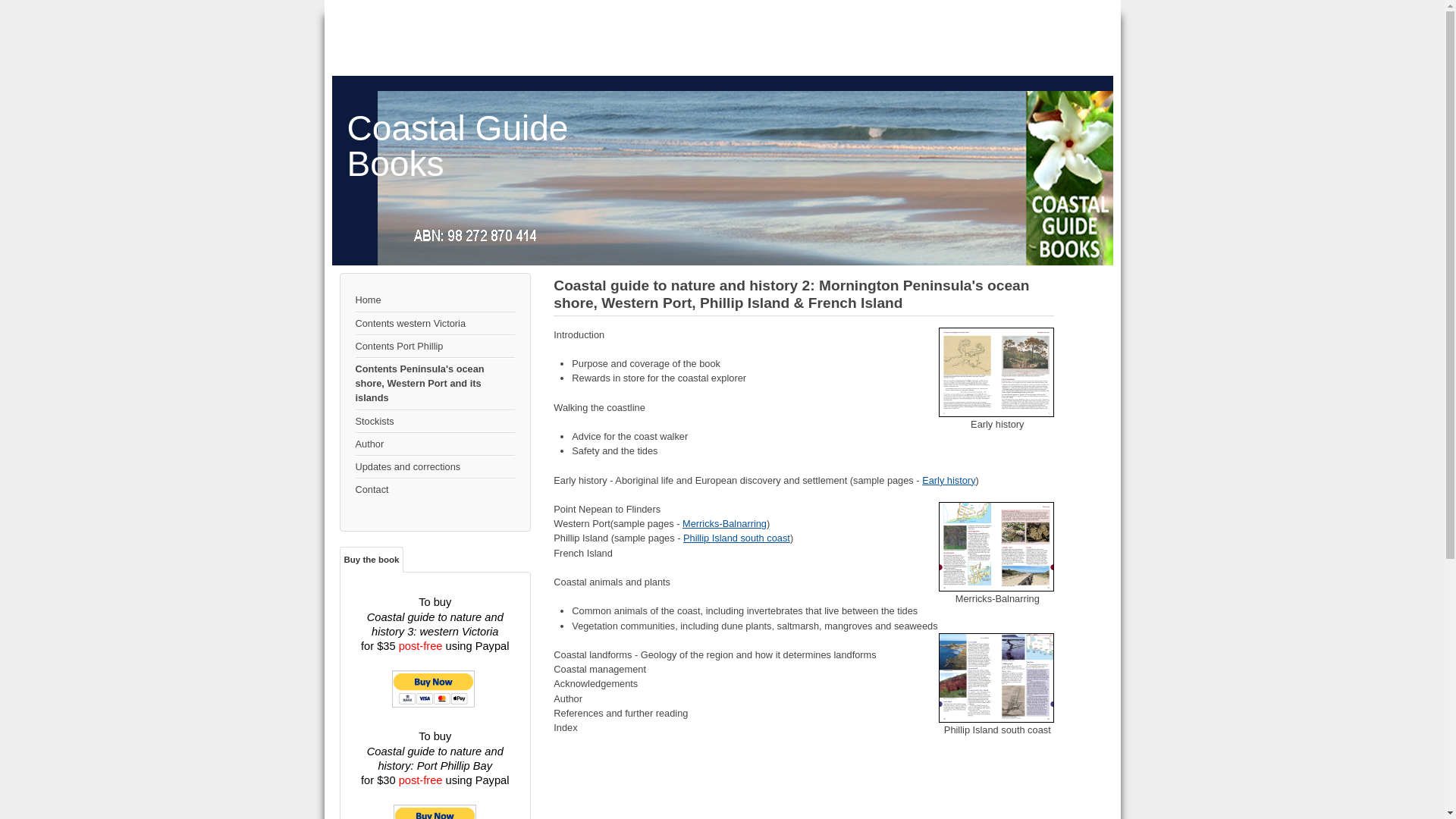  Describe the element at coordinates (434, 346) in the screenshot. I see `'Contents Port Phillip'` at that location.